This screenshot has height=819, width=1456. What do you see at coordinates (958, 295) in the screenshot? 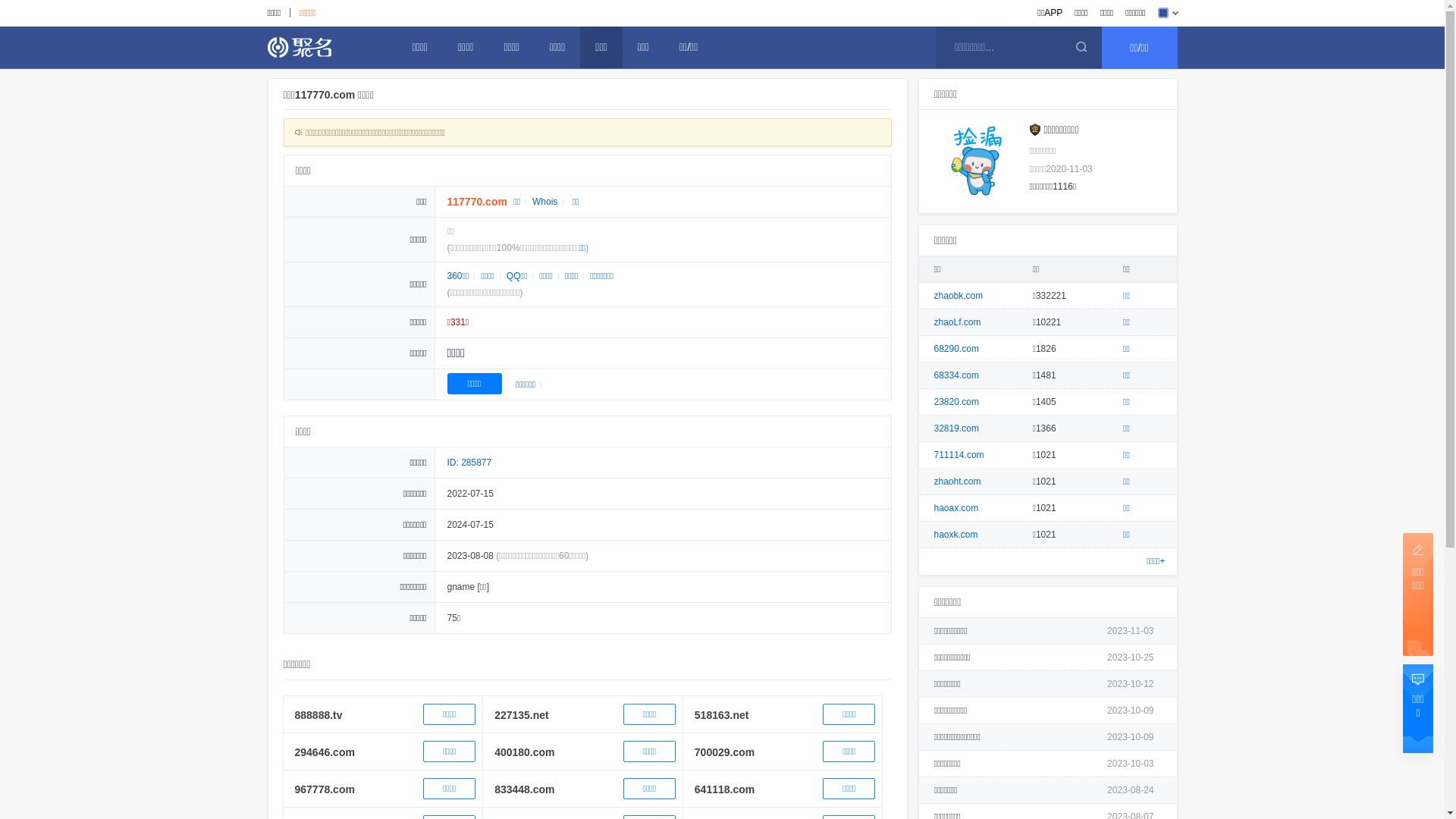
I see `'zhaobk.com'` at bounding box center [958, 295].